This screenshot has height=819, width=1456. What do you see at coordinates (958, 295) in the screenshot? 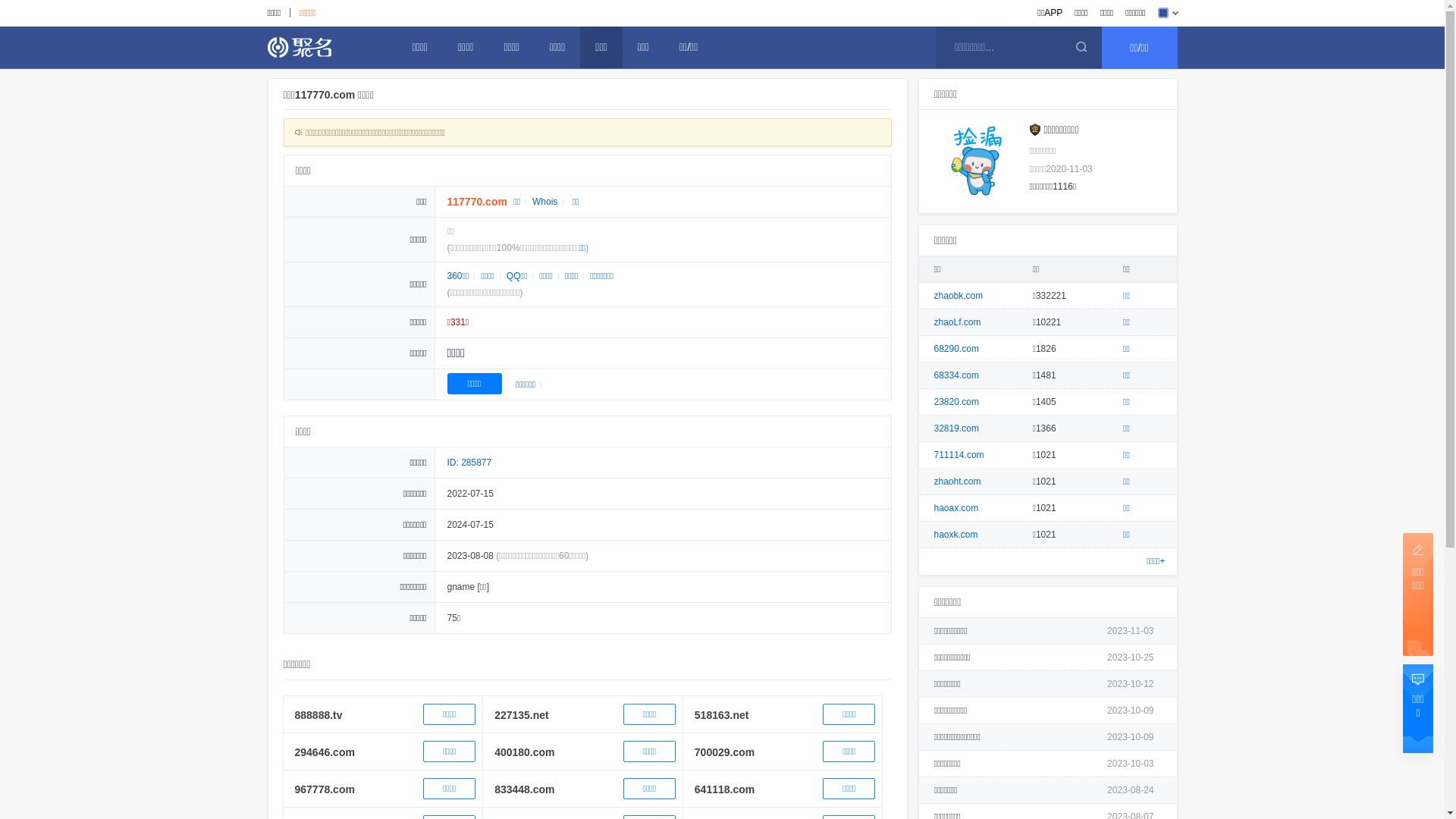
I see `'zhaobk.com'` at bounding box center [958, 295].